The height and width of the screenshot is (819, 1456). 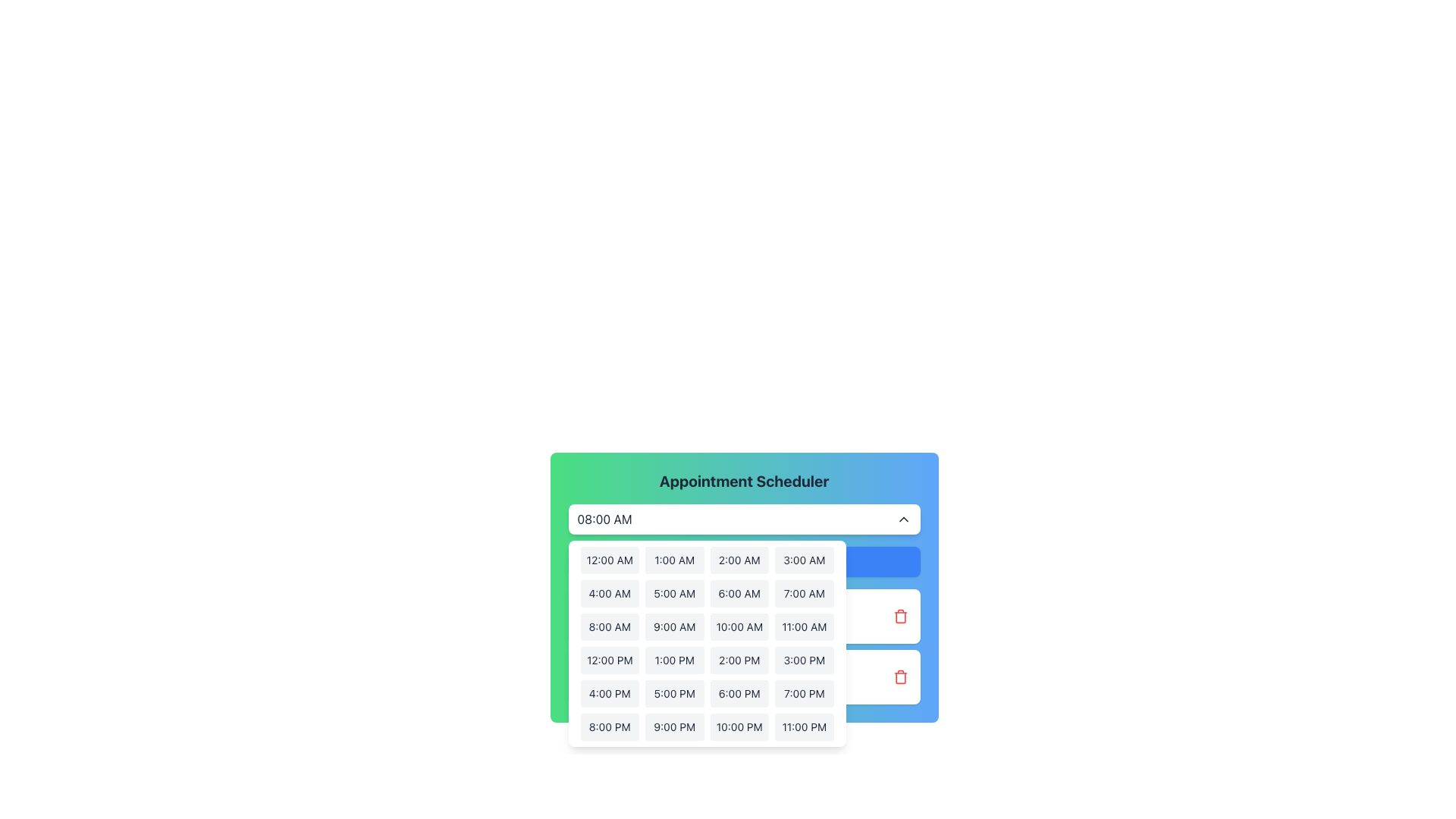 What do you see at coordinates (673, 626) in the screenshot?
I see `the '9:00 AM' time slot button in the appointment scheduler` at bounding box center [673, 626].